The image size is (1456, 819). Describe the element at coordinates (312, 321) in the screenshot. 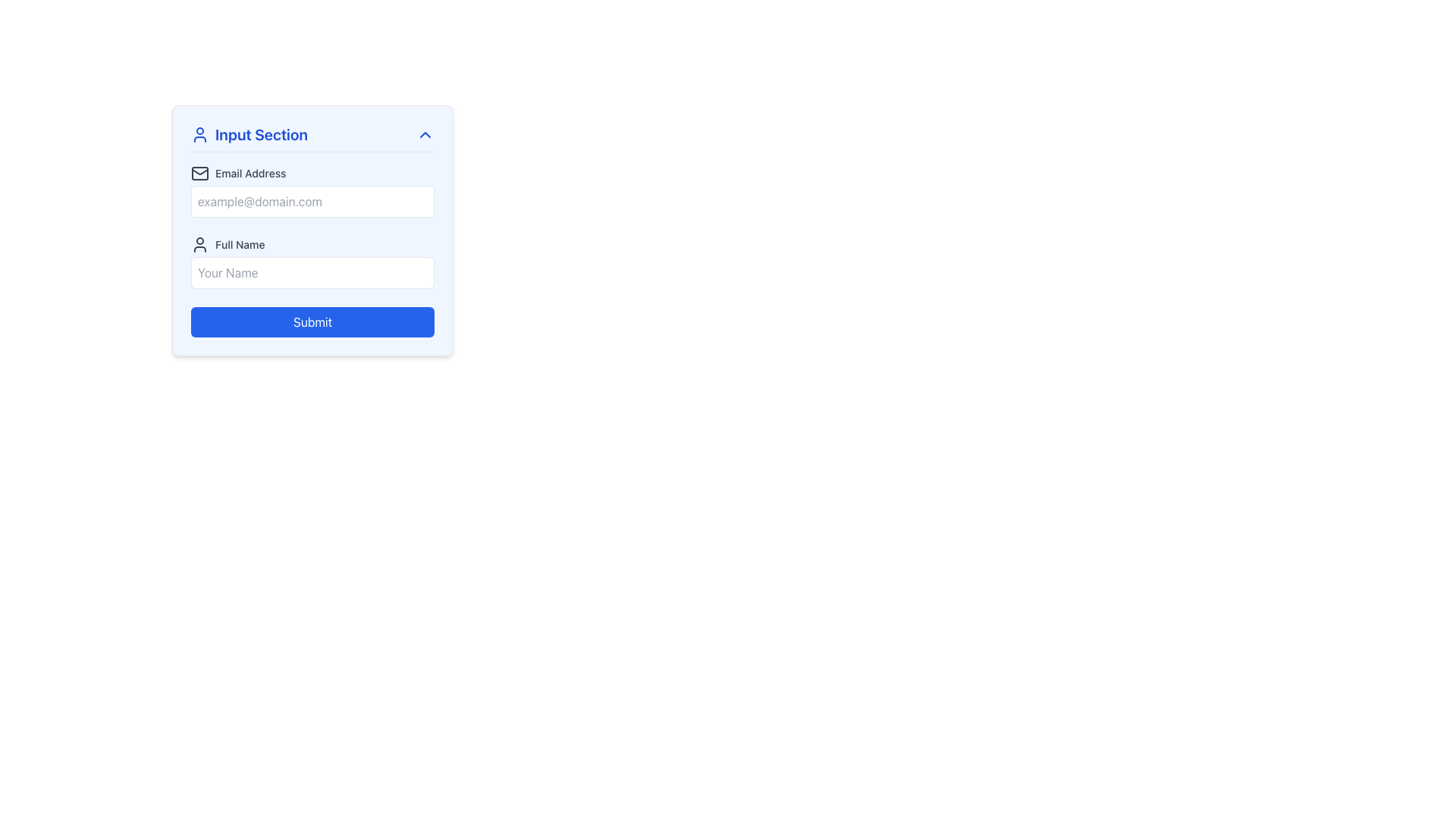

I see `the submit button located at the bottom of the form to interact via keyboard` at that location.